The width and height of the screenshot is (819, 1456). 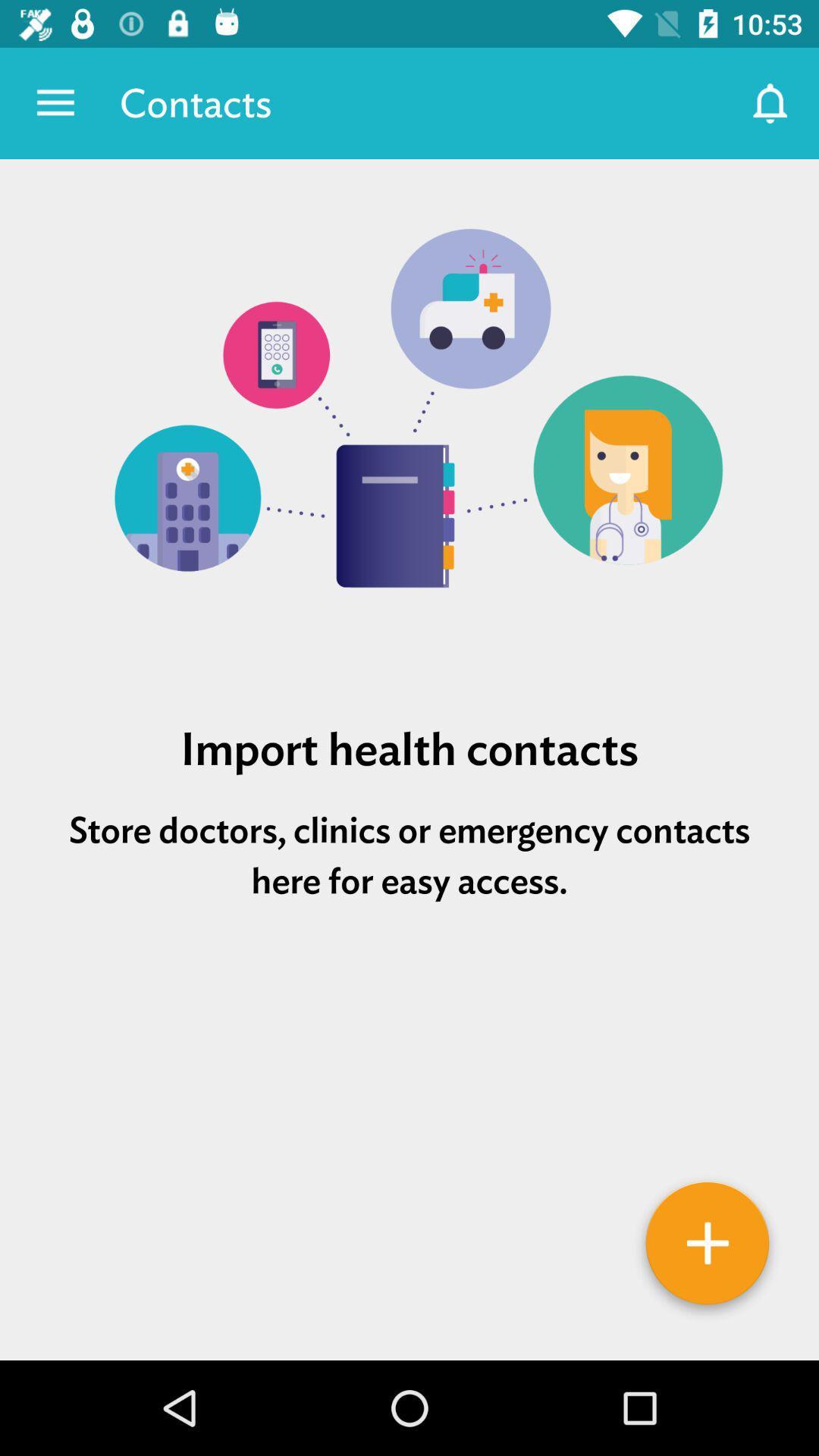 I want to click on app to the right of contacts item, so click(x=771, y=102).